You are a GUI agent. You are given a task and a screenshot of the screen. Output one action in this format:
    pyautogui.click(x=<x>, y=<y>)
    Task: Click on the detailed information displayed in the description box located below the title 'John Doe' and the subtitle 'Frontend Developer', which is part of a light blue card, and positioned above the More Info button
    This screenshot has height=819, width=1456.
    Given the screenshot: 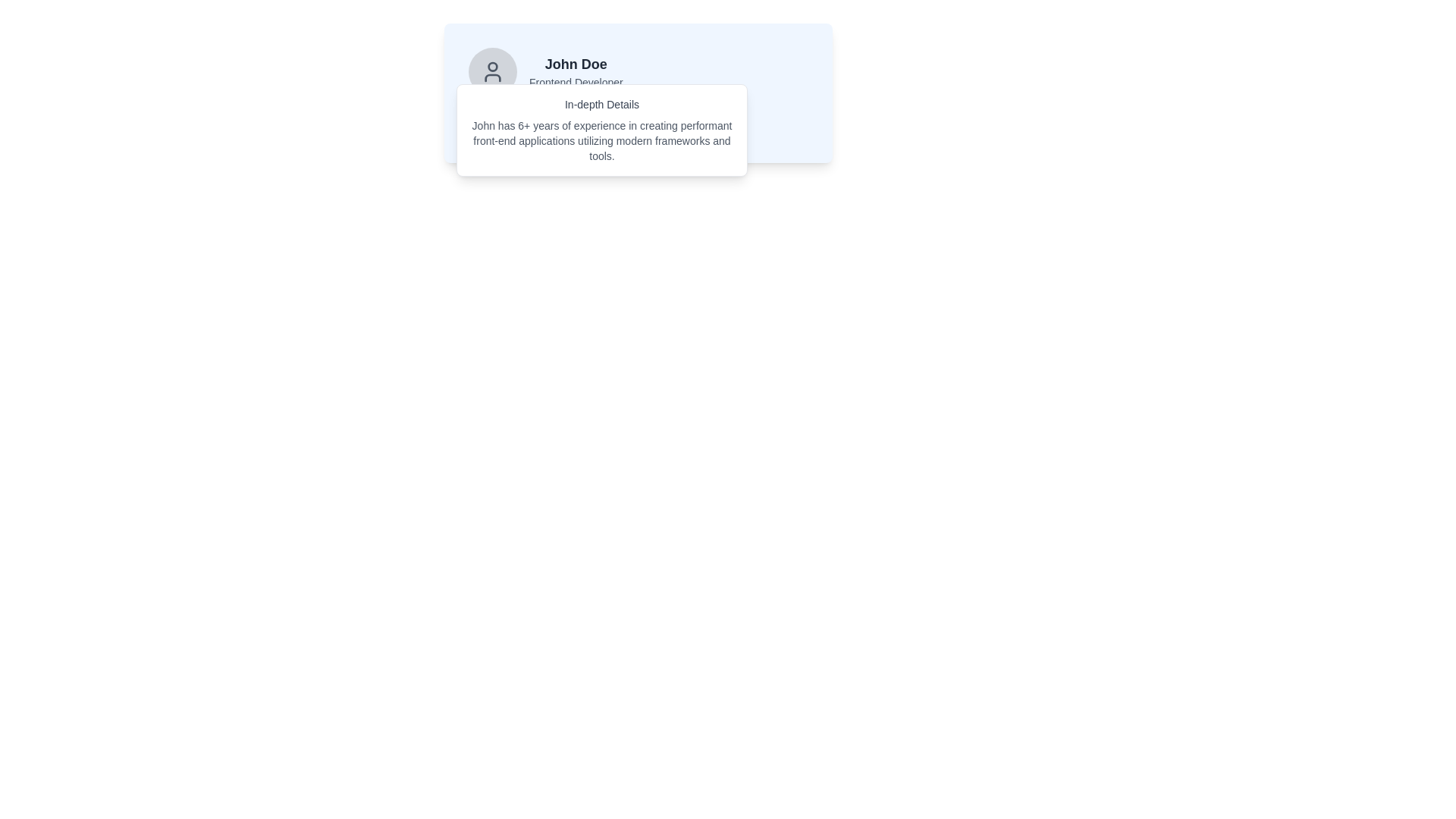 What is the action you would take?
    pyautogui.click(x=638, y=93)
    